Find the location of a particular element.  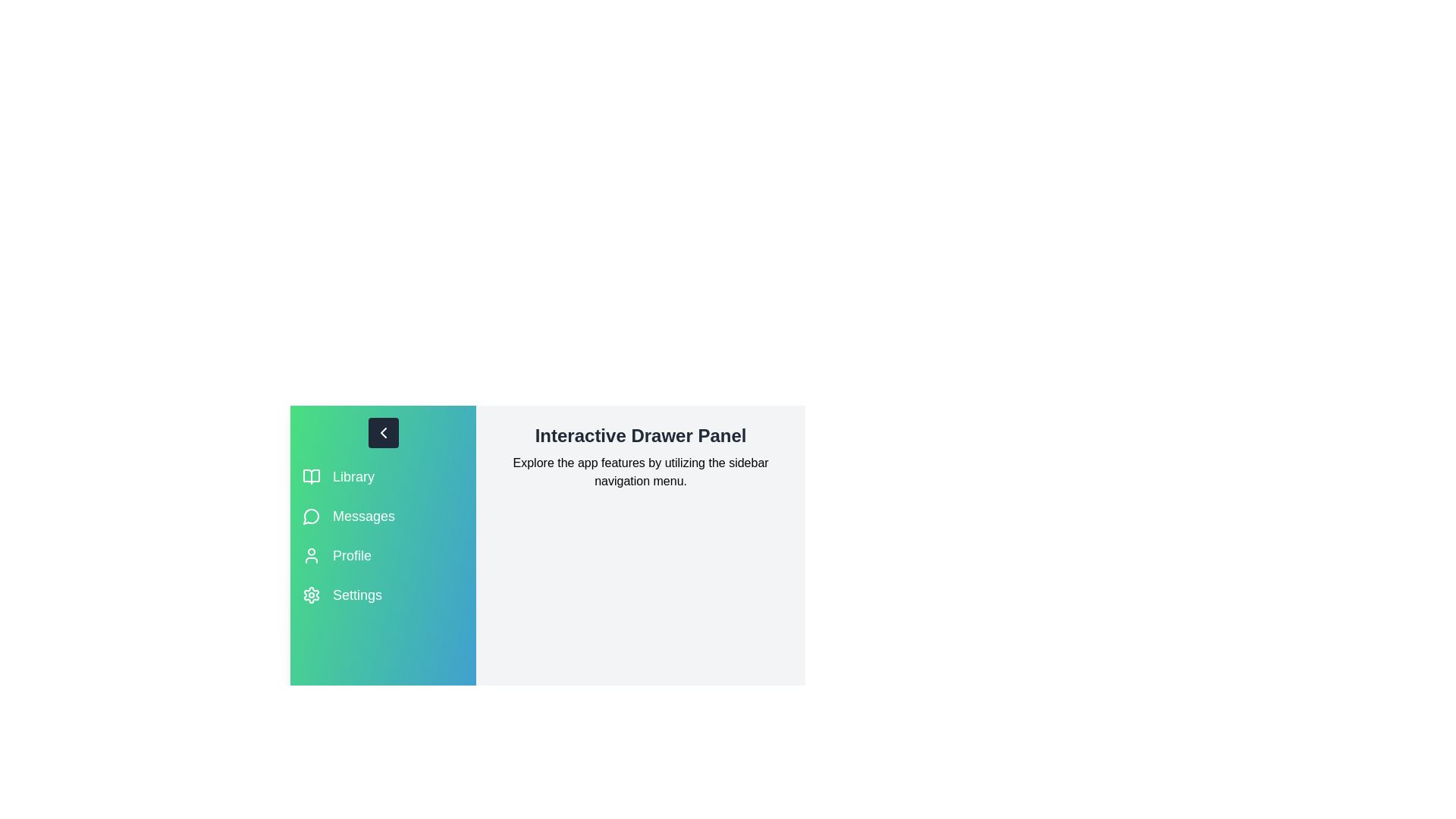

the Profile section in the sidebar is located at coordinates (382, 555).